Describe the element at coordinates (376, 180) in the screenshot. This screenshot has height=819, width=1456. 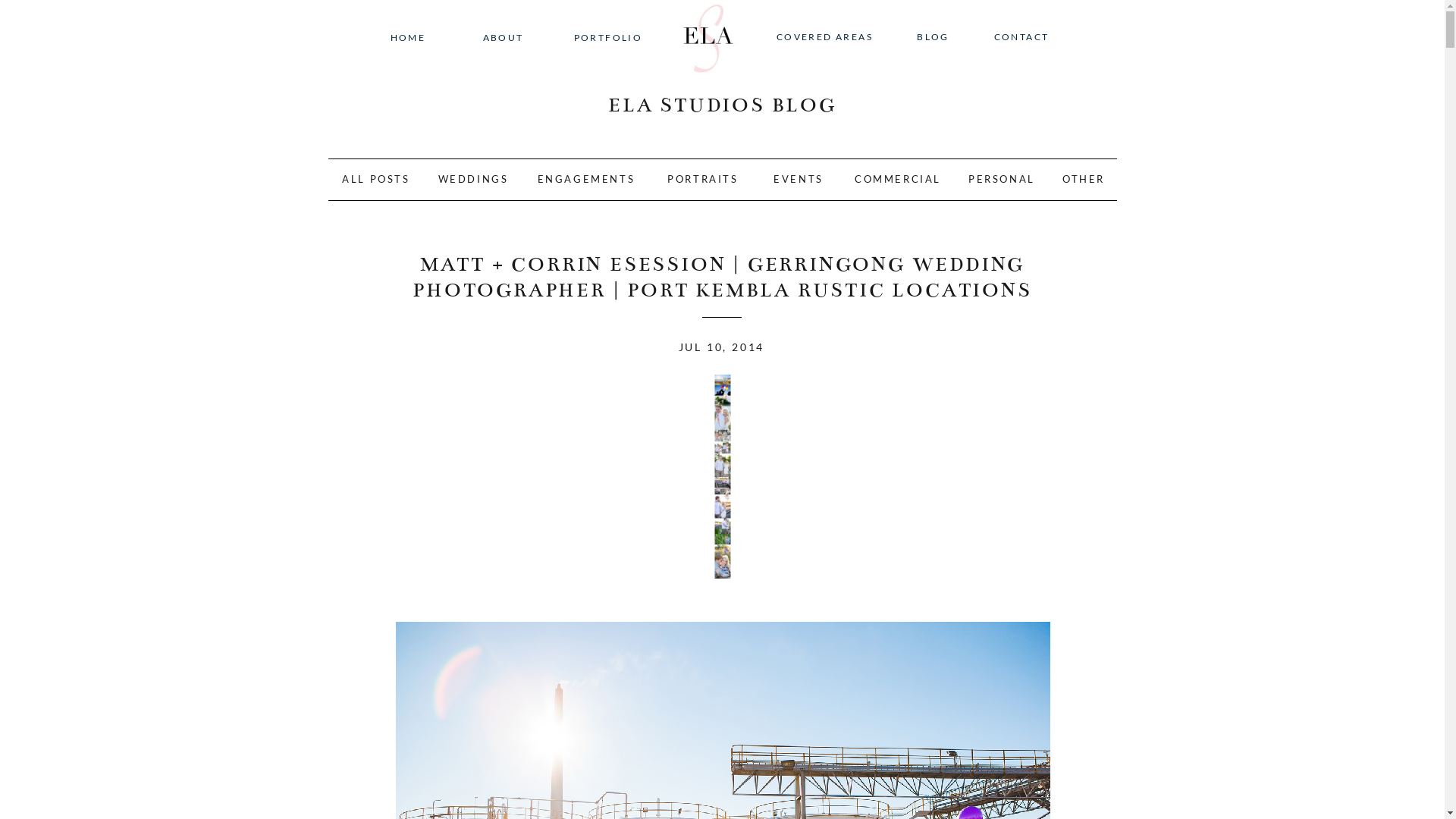
I see `'ALL POSTS'` at that location.